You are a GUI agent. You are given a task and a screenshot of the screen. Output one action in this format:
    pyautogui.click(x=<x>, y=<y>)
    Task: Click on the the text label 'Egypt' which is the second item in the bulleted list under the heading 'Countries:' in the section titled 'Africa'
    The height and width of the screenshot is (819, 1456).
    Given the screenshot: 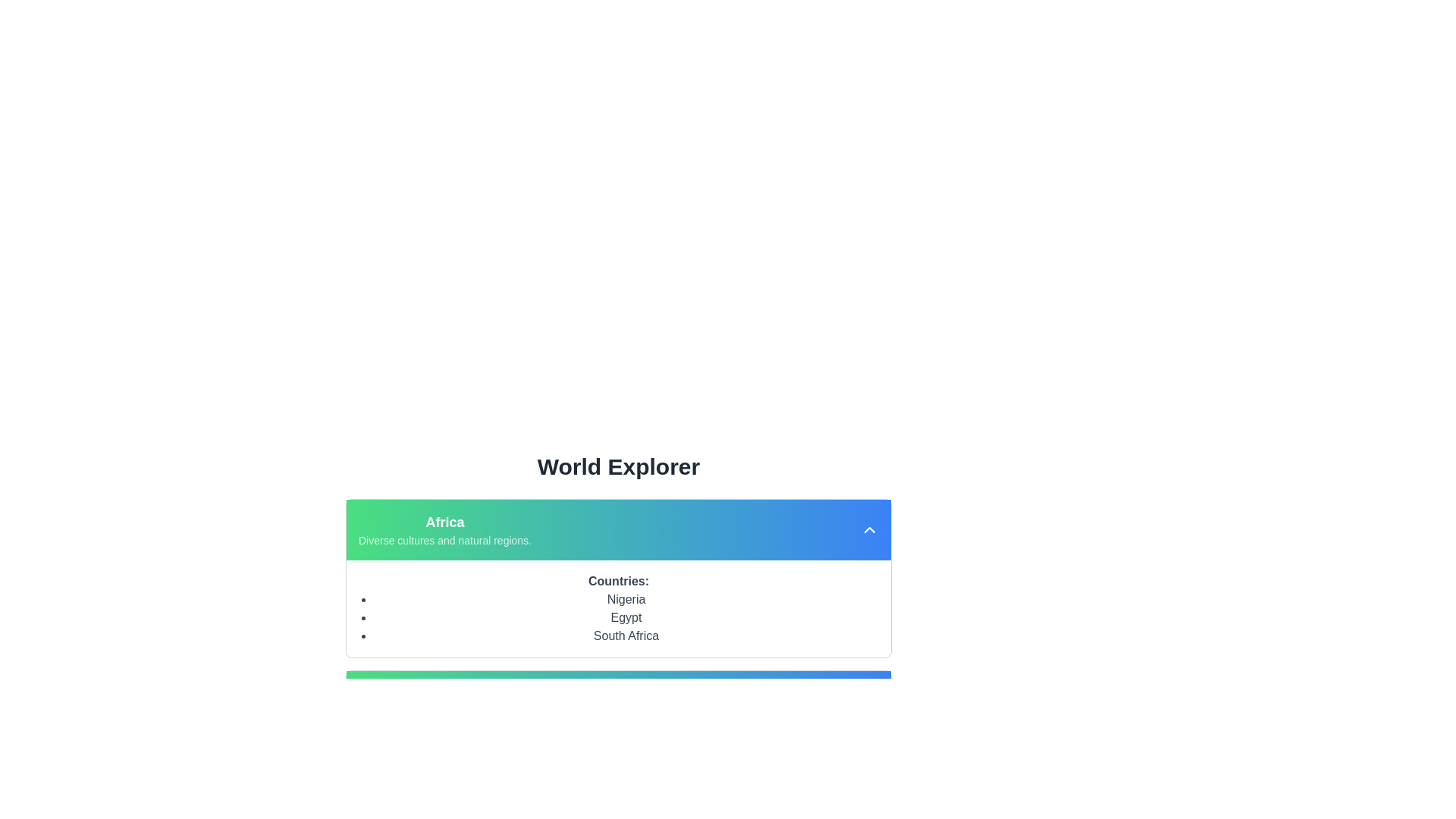 What is the action you would take?
    pyautogui.click(x=626, y=617)
    